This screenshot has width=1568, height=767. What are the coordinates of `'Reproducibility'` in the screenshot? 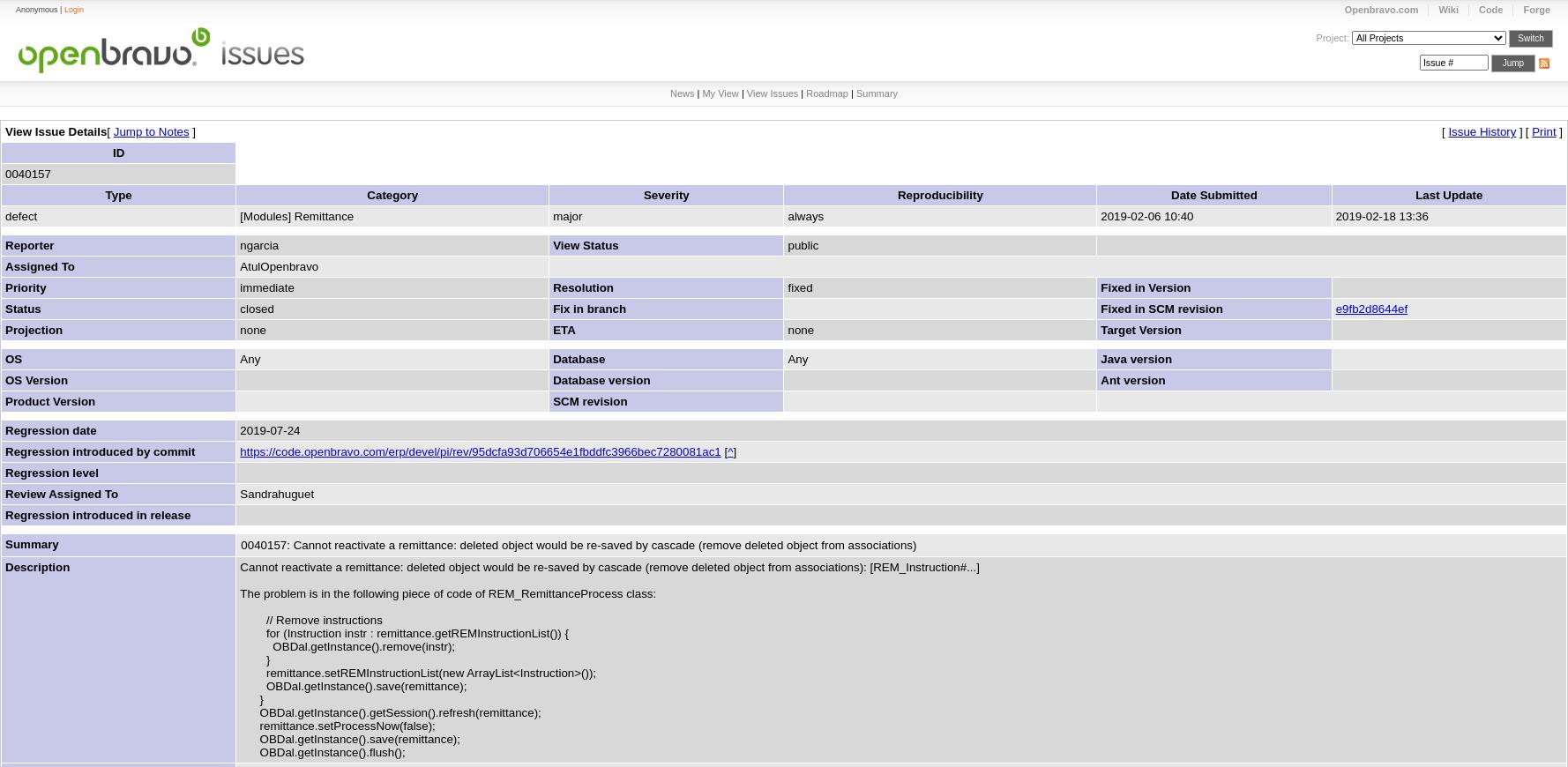 It's located at (939, 195).